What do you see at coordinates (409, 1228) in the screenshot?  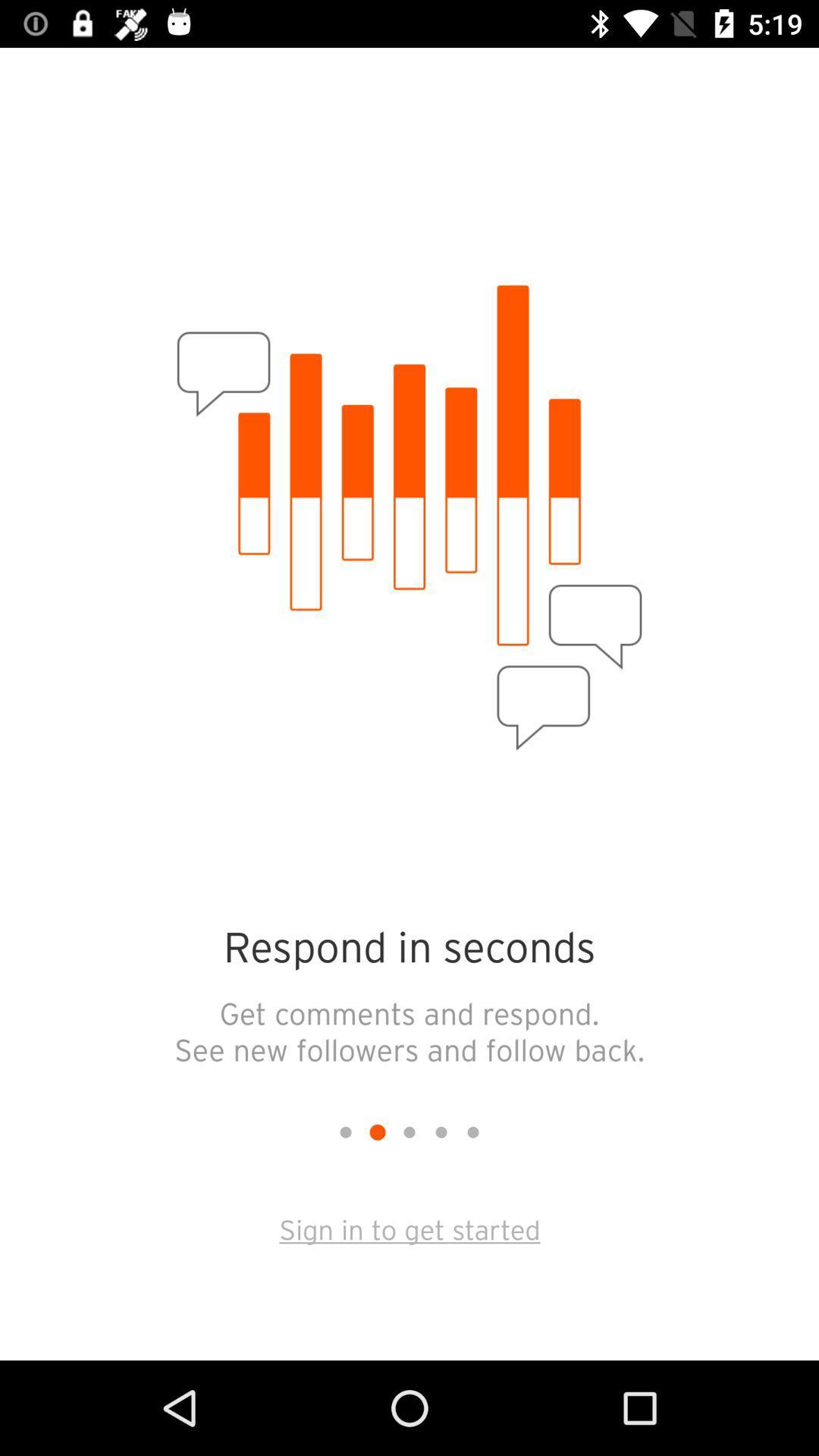 I see `sign in to item` at bounding box center [409, 1228].